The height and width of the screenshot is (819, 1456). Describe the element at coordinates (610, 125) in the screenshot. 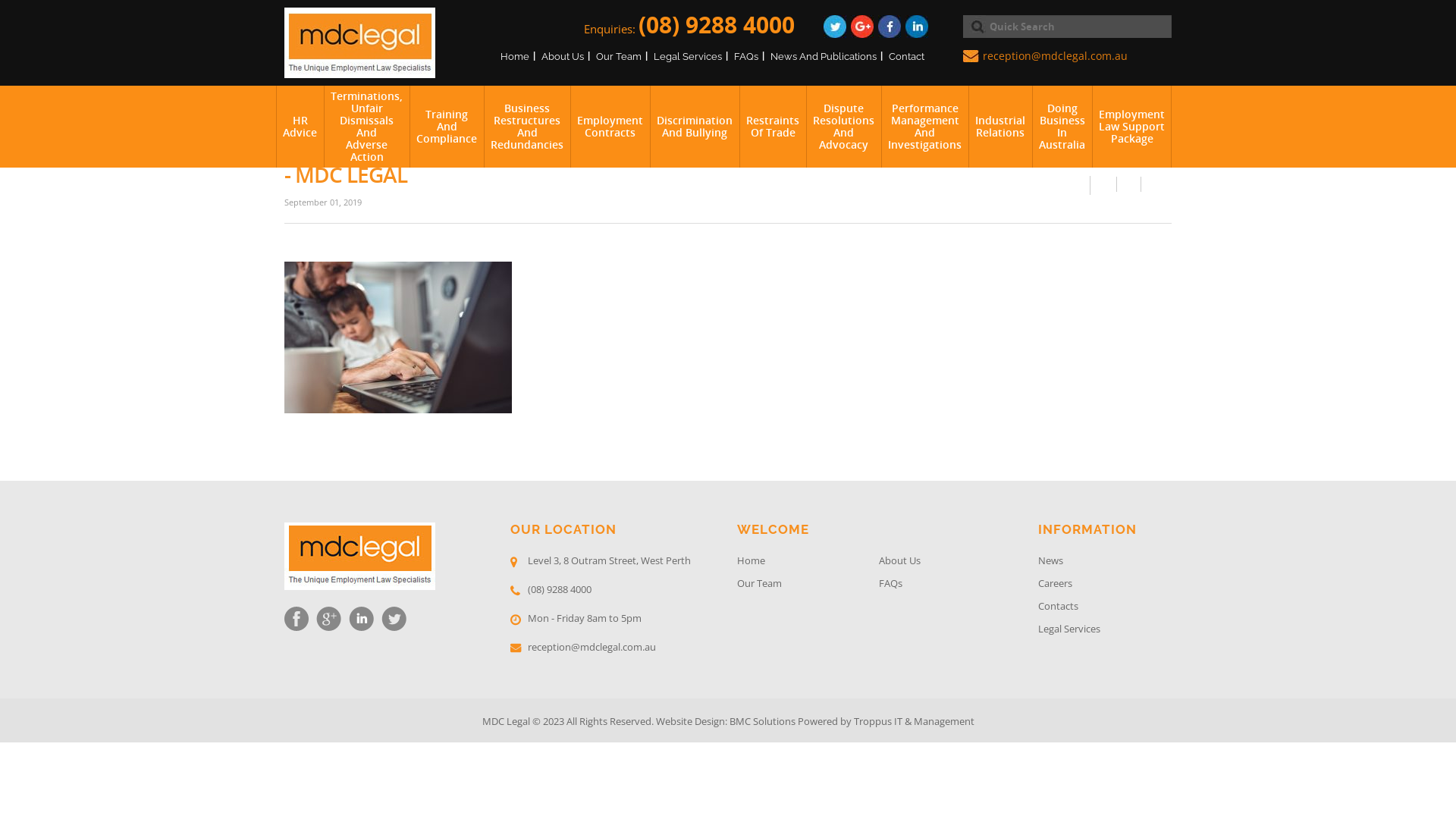

I see `'Employment` at that location.